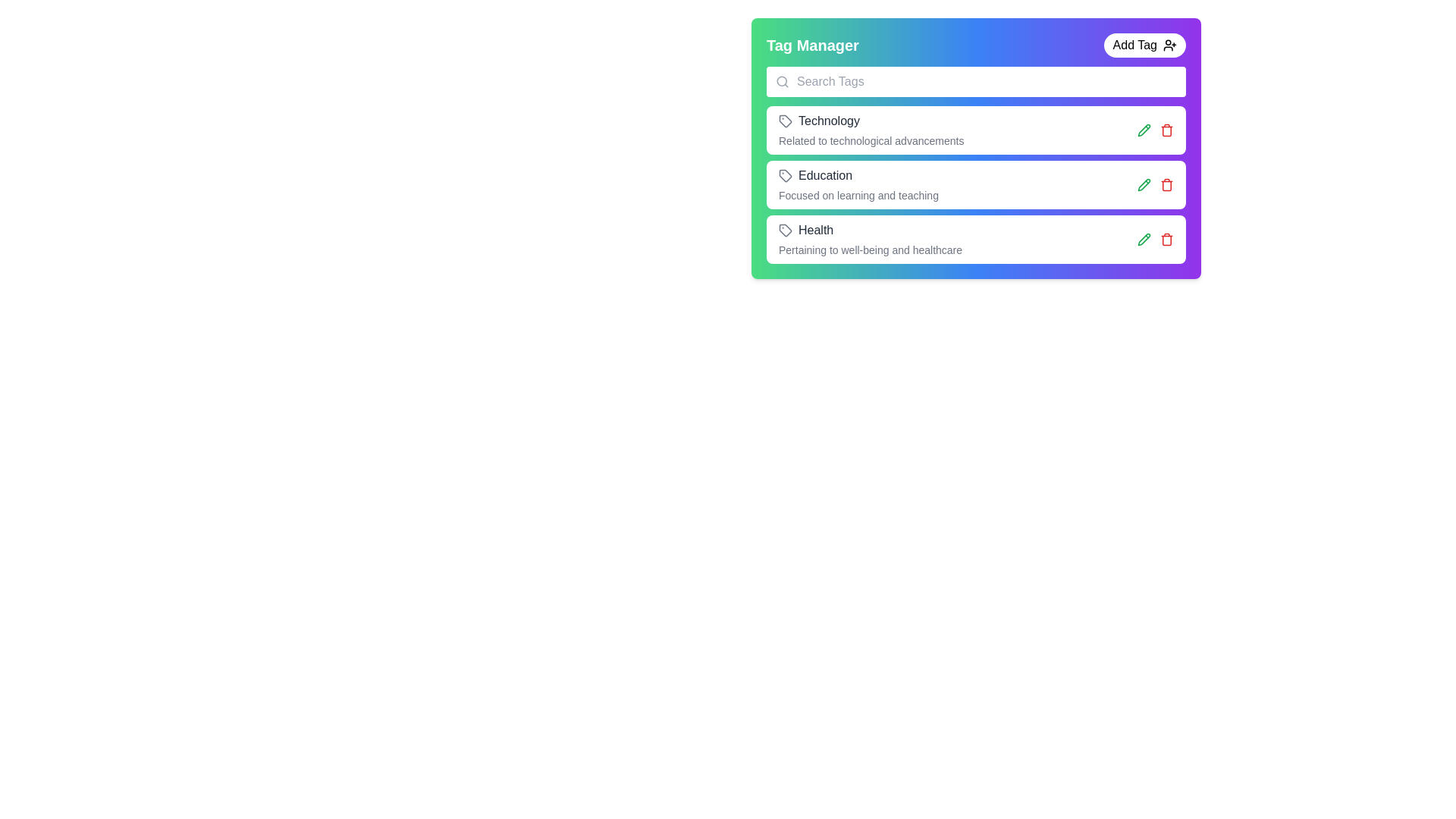 The height and width of the screenshot is (819, 1456). Describe the element at coordinates (786, 174) in the screenshot. I see `the tag icon that resembles a price tag or label, which is styled with a light gray outline and a circular cutout, located near the 'Education' label in the Tag Manager panel` at that location.